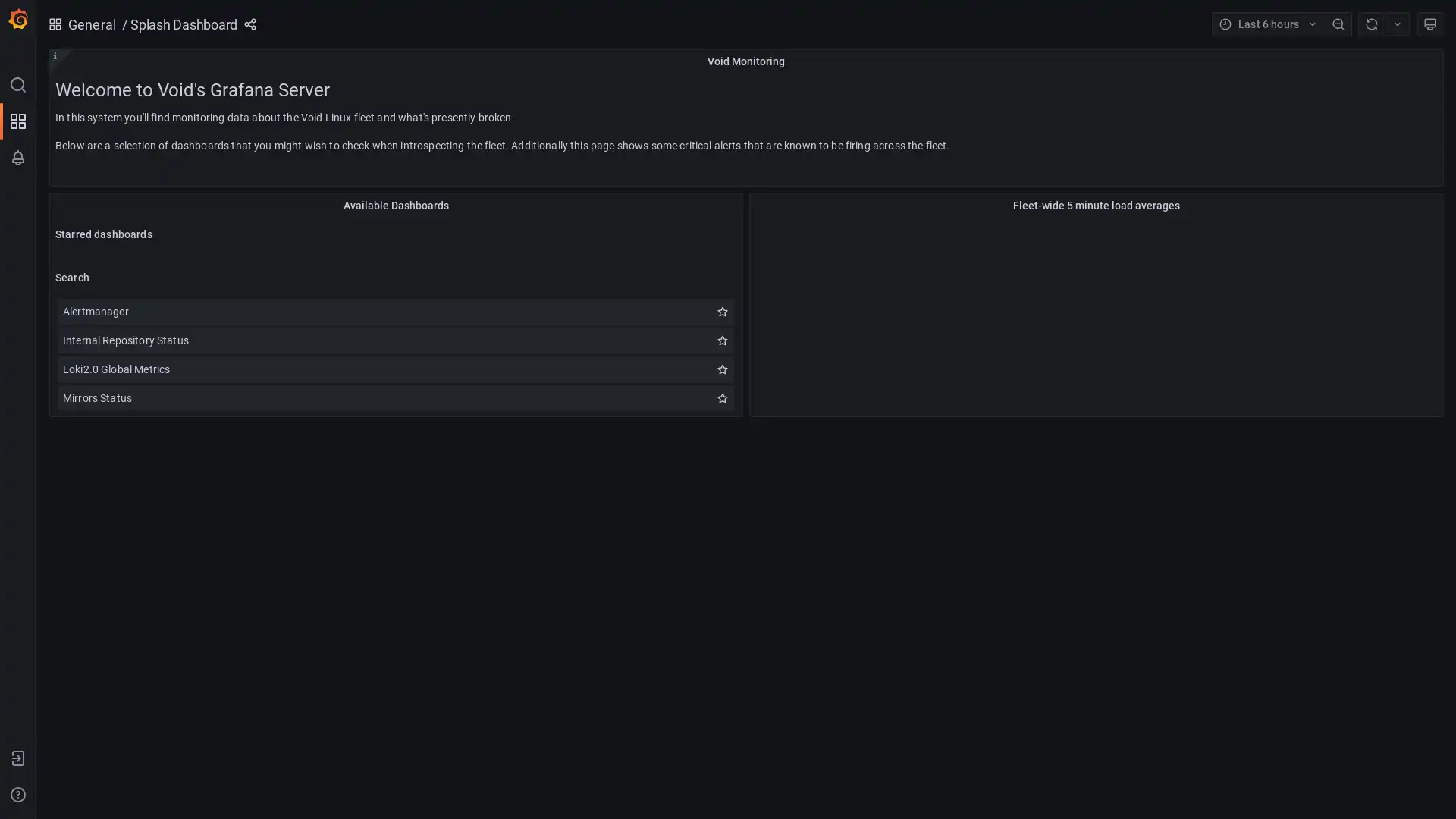 This screenshot has height=819, width=1456. I want to click on Share dashboard or panel, so click(250, 24).